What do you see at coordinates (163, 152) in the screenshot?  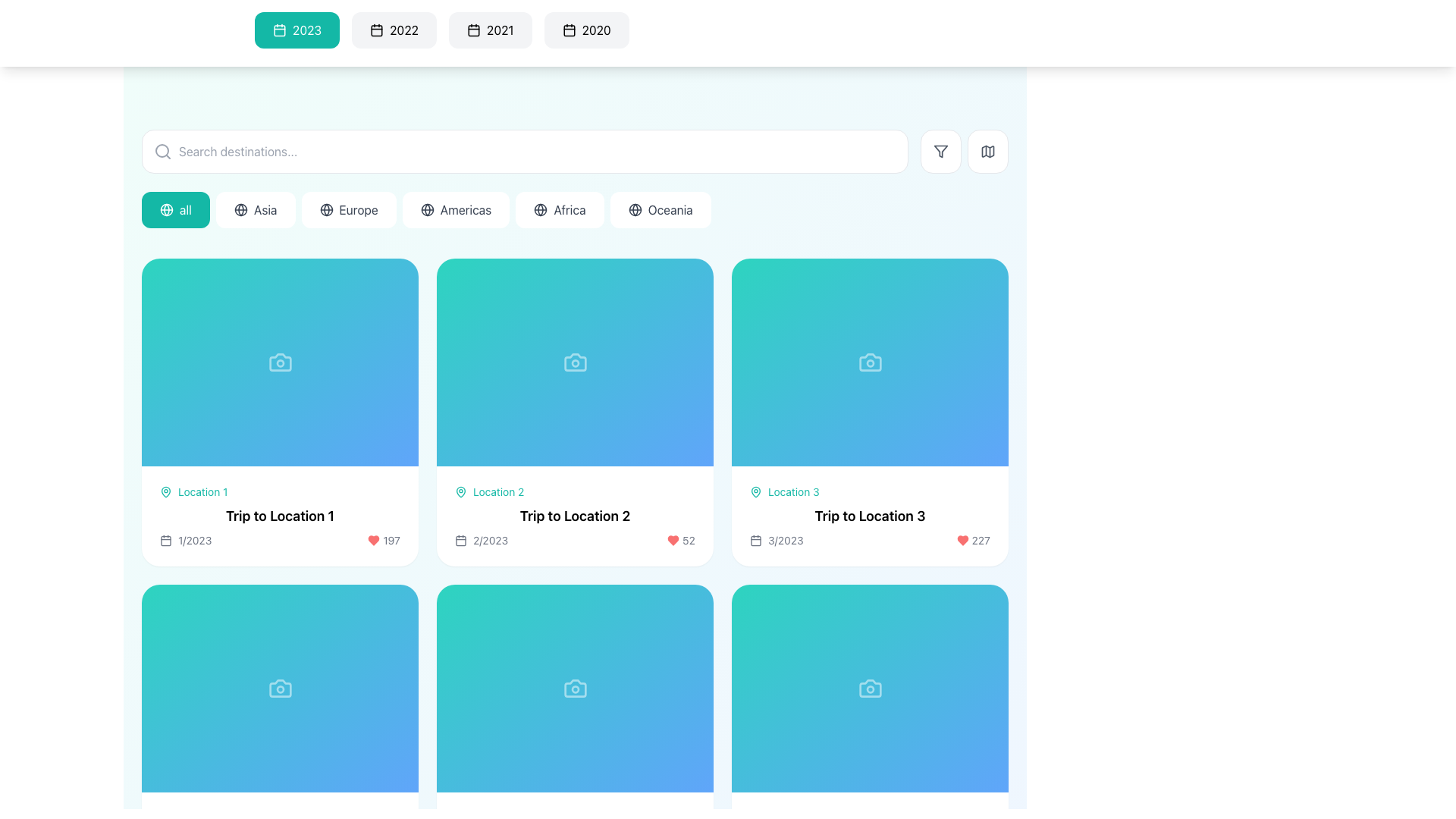 I see `the gray search icon featuring a magnifying glass graphic, which is positioned on the left side of the search bar` at bounding box center [163, 152].